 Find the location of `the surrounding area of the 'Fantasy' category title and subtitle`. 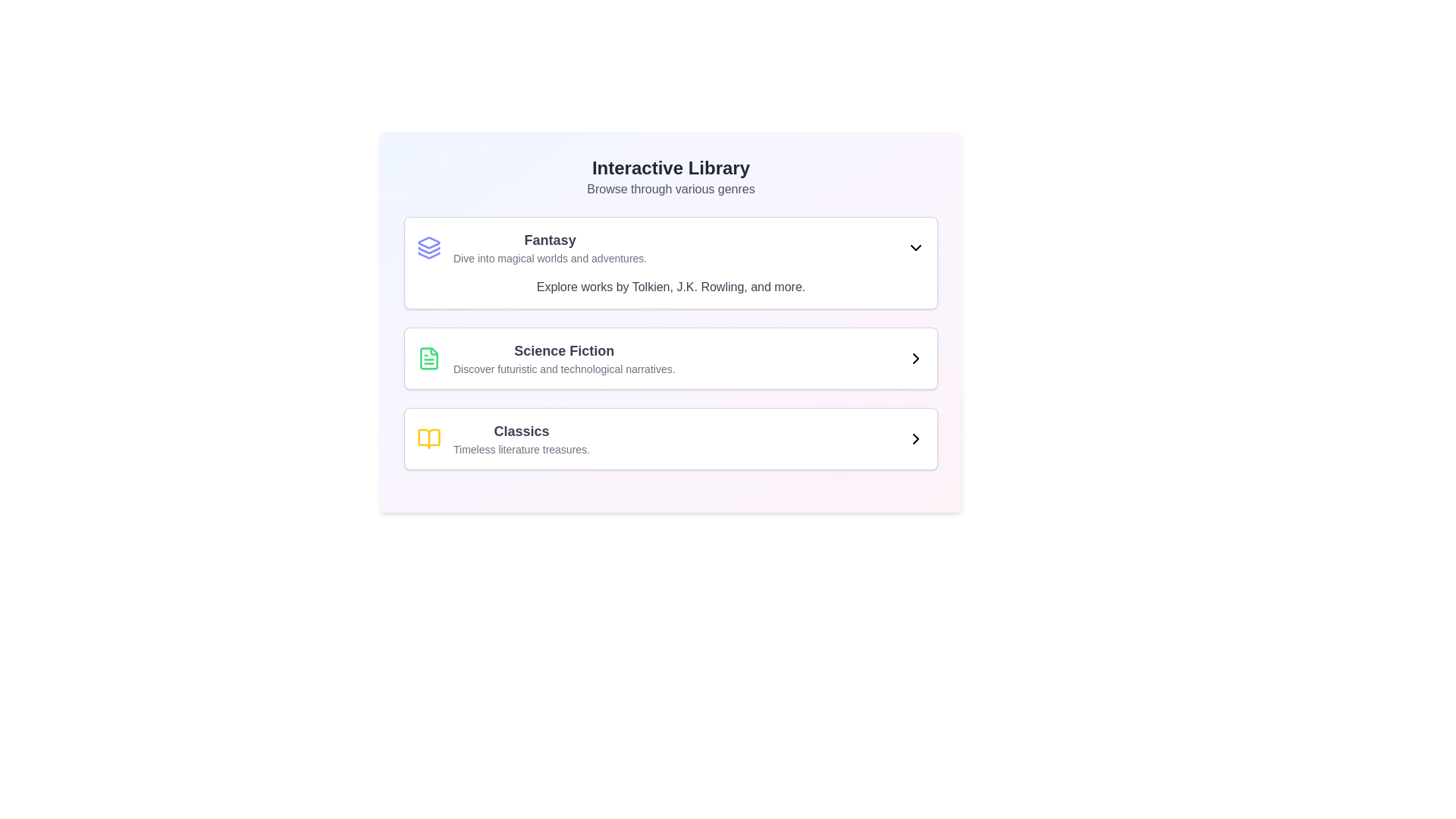

the surrounding area of the 'Fantasy' category title and subtitle is located at coordinates (549, 247).